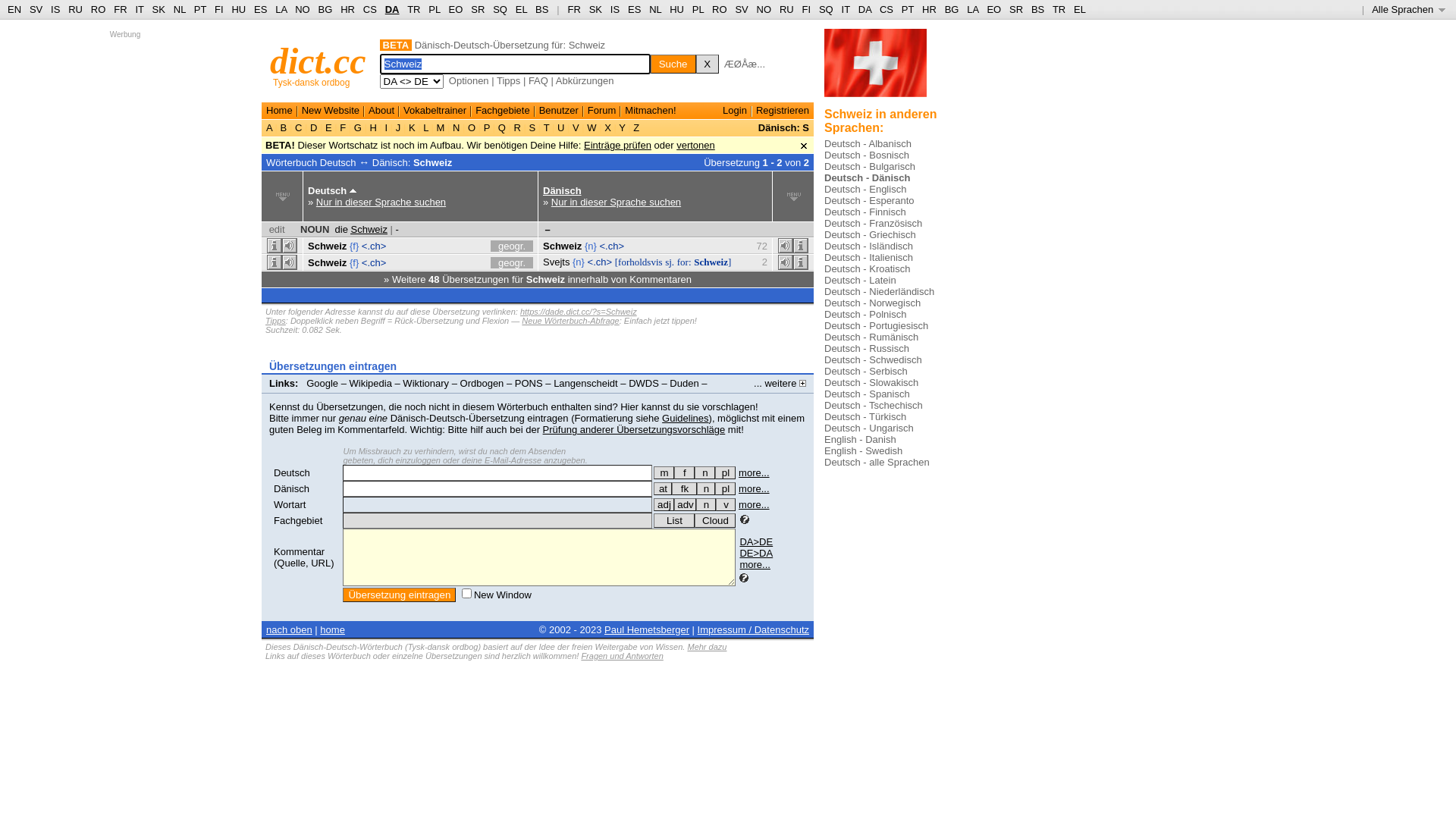  I want to click on 'C', so click(298, 127).